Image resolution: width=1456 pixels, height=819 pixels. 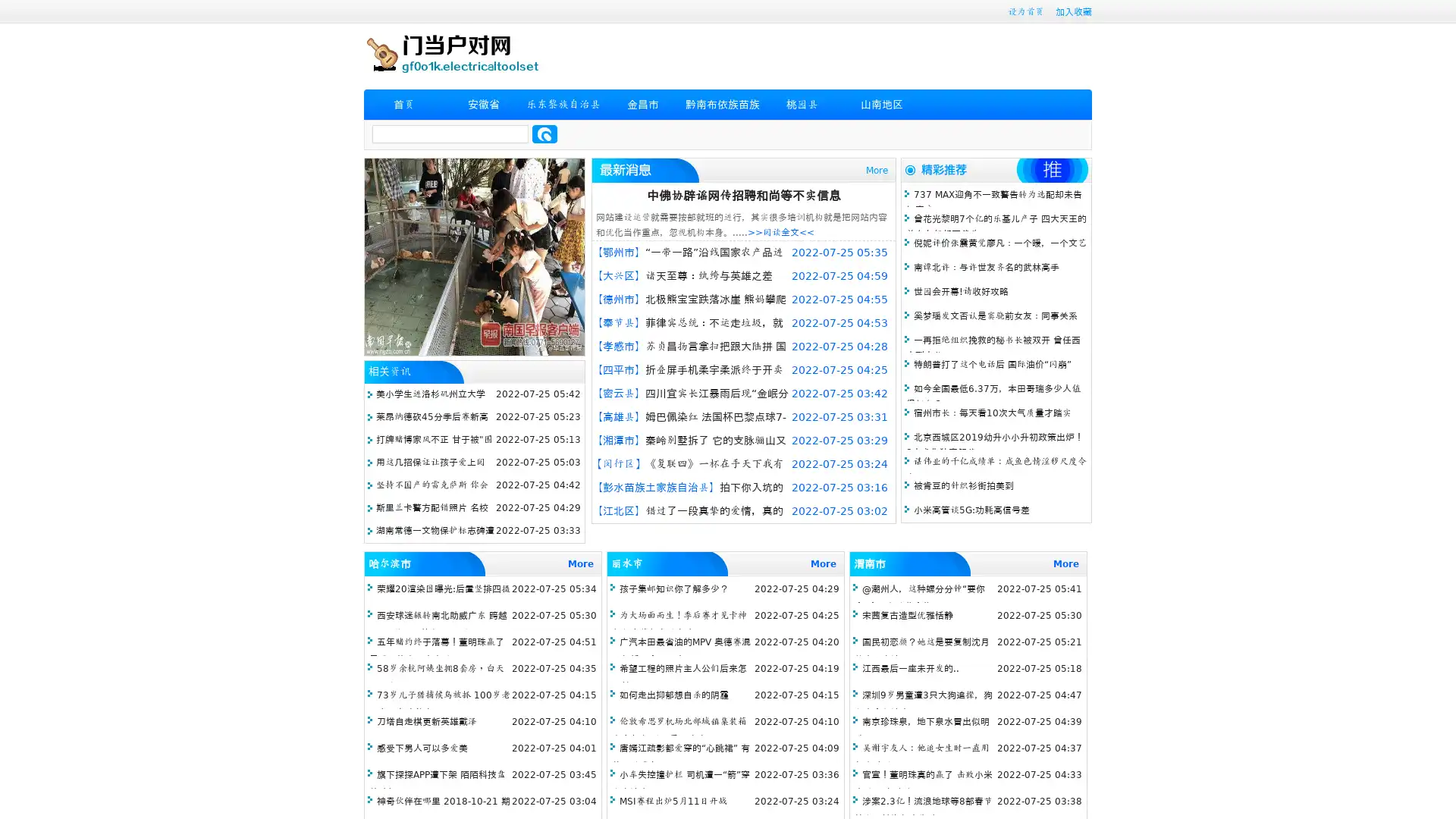 I want to click on Search, so click(x=544, y=133).